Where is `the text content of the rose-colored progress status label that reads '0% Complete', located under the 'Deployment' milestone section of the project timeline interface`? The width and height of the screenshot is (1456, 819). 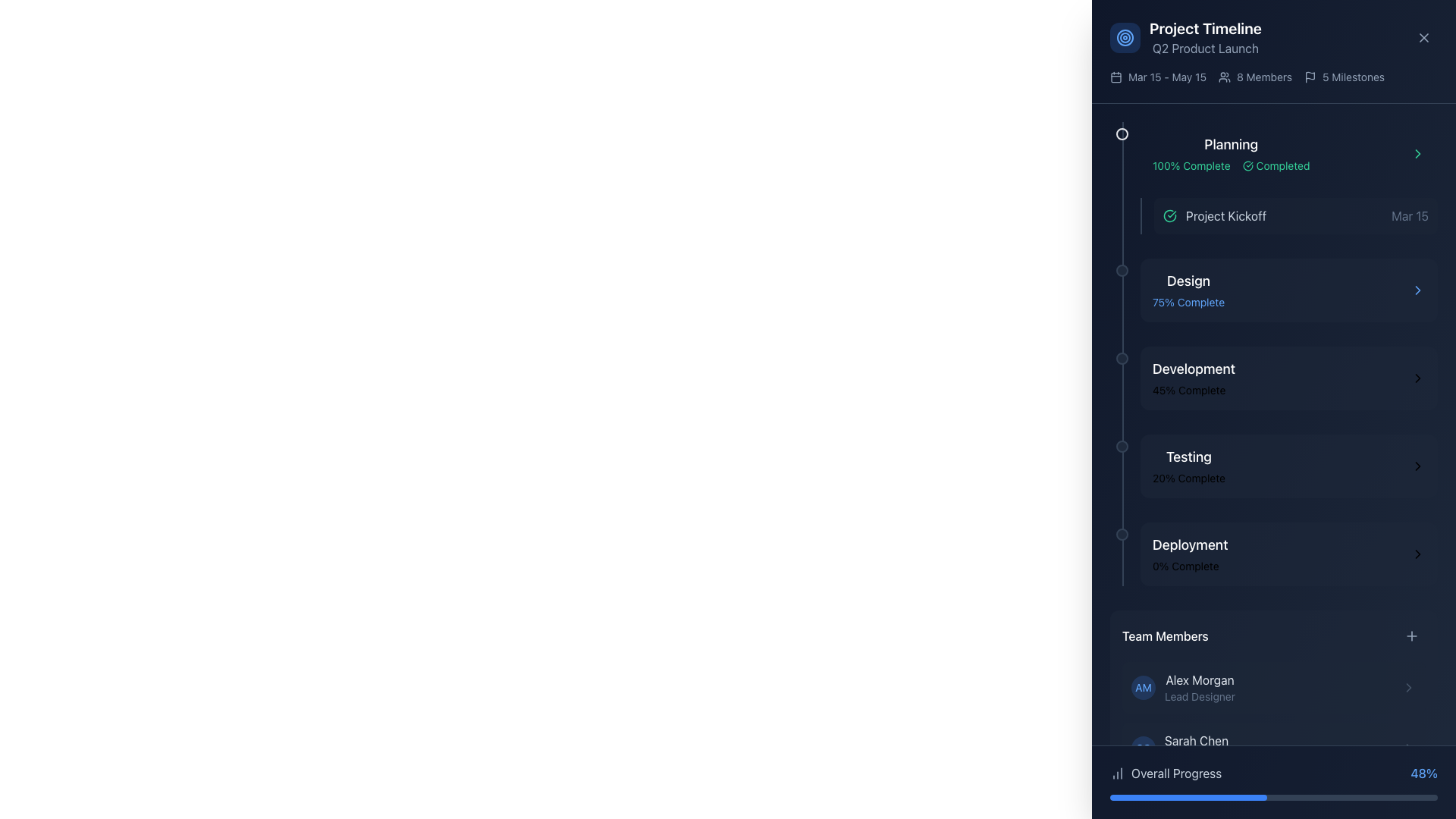 the text content of the rose-colored progress status label that reads '0% Complete', located under the 'Deployment' milestone section of the project timeline interface is located at coordinates (1185, 566).